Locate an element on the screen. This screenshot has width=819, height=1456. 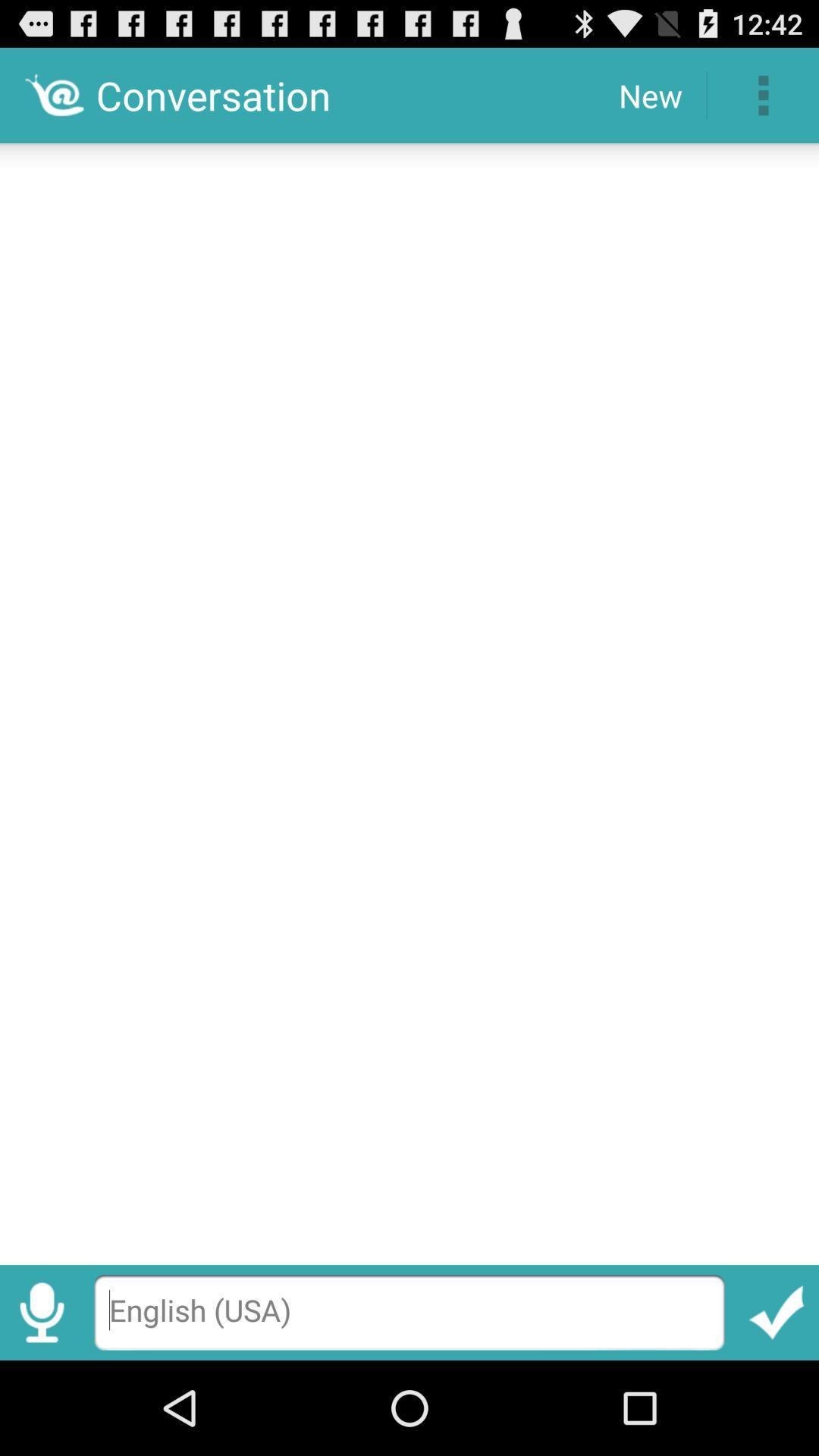
type message is located at coordinates (409, 1312).